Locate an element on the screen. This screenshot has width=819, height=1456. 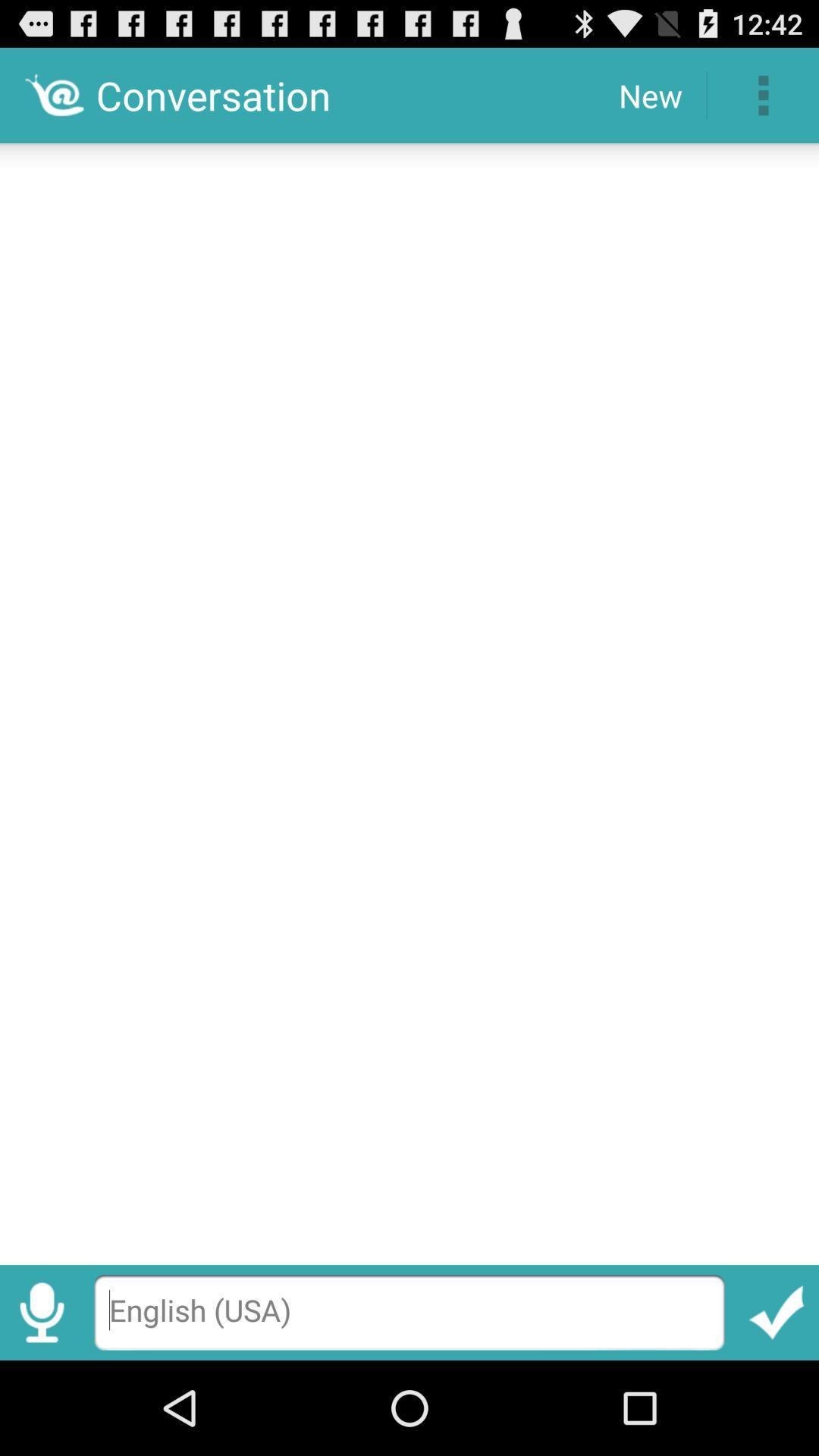
type message is located at coordinates (409, 1312).